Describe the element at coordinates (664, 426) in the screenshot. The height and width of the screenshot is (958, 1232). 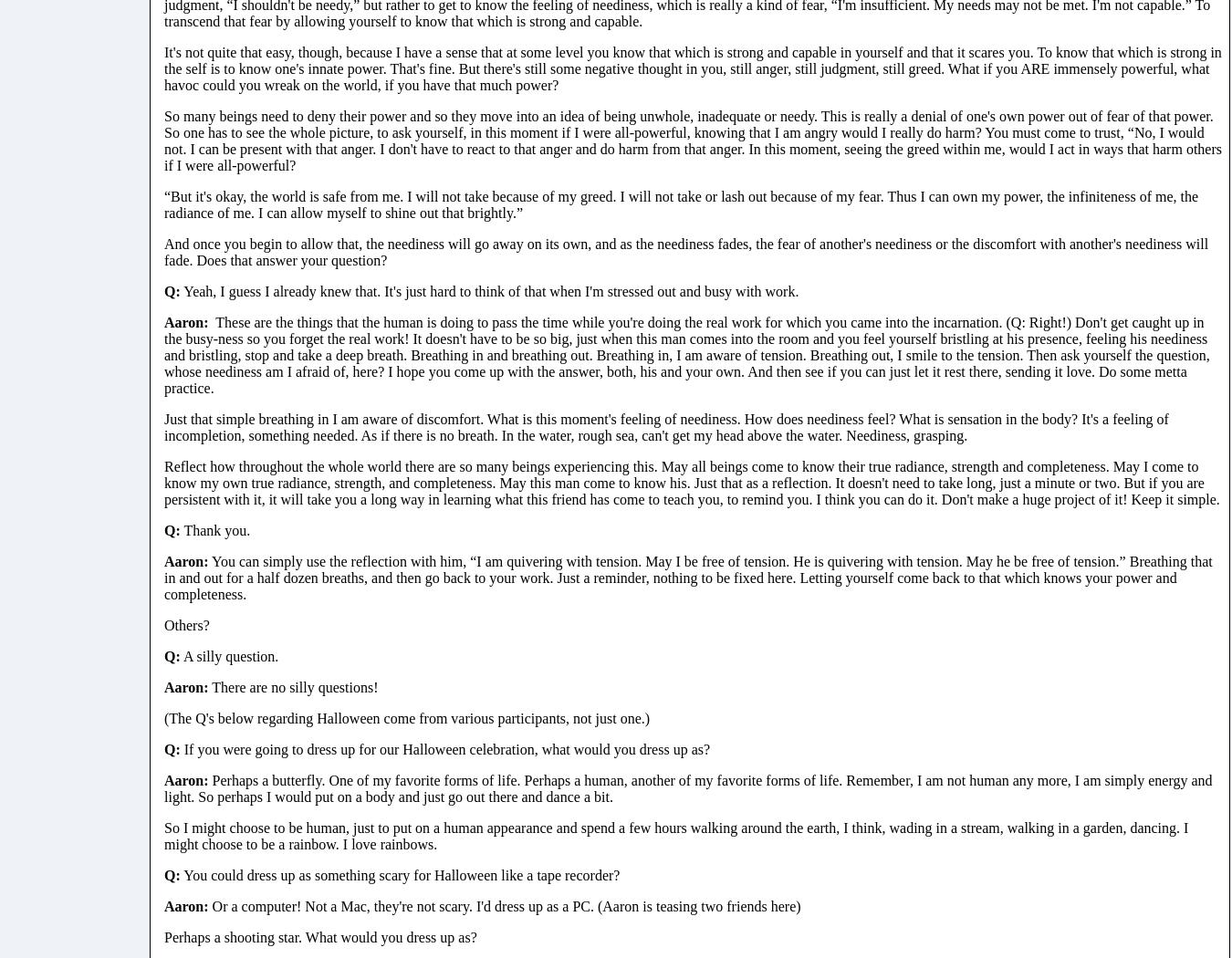
I see `'Just that simple breathing in I am aware of discomfort. What is this moment's feeling of neediness. How does neediness feel? What is sensation in the body? It's a feeling of incompletion, something needed. As if there is no breath. In the water, rough sea, can't get my head above the water. Neediness, grasping.'` at that location.